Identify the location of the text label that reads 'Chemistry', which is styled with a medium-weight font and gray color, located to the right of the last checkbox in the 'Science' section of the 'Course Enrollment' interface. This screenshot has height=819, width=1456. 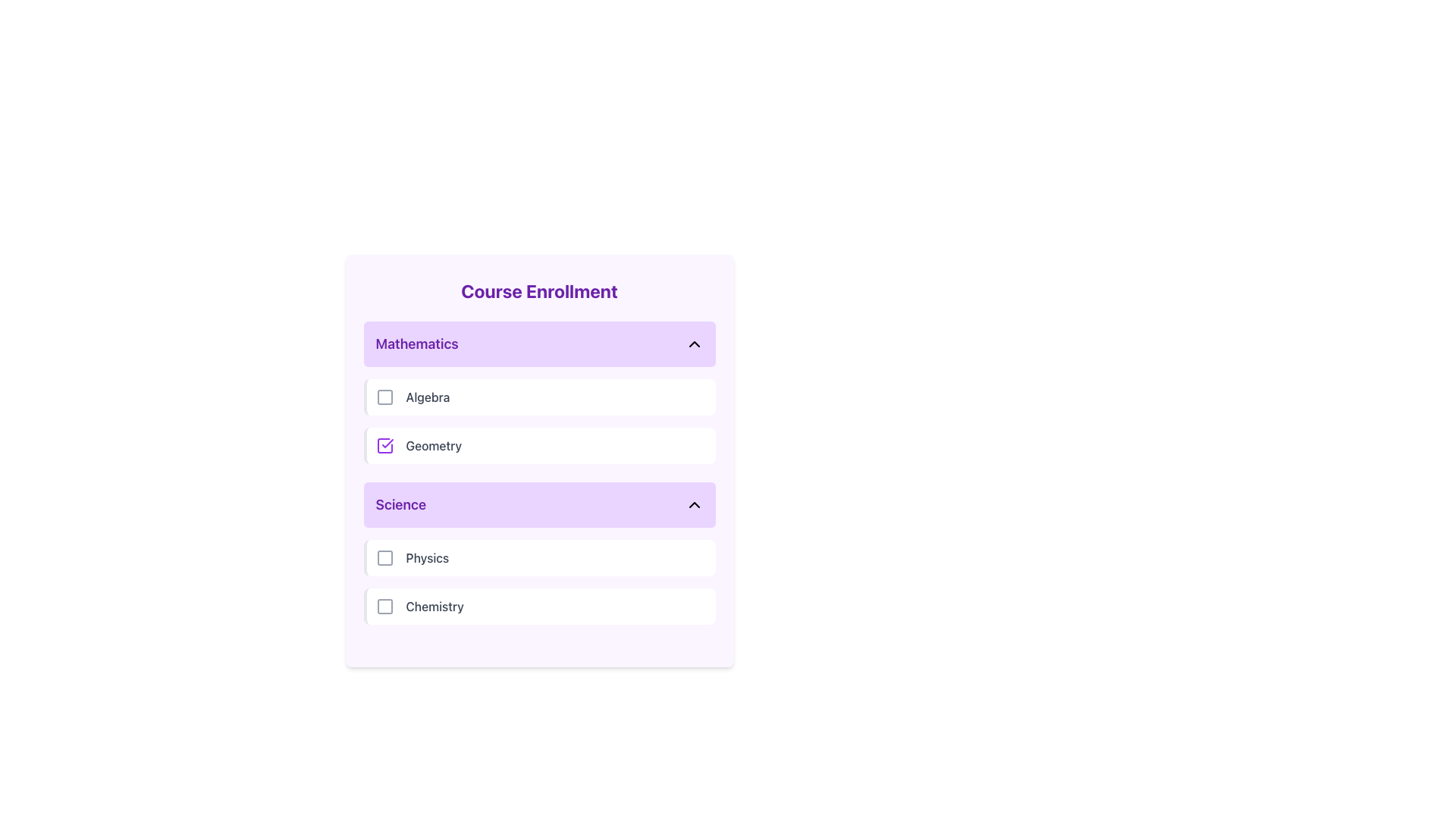
(434, 605).